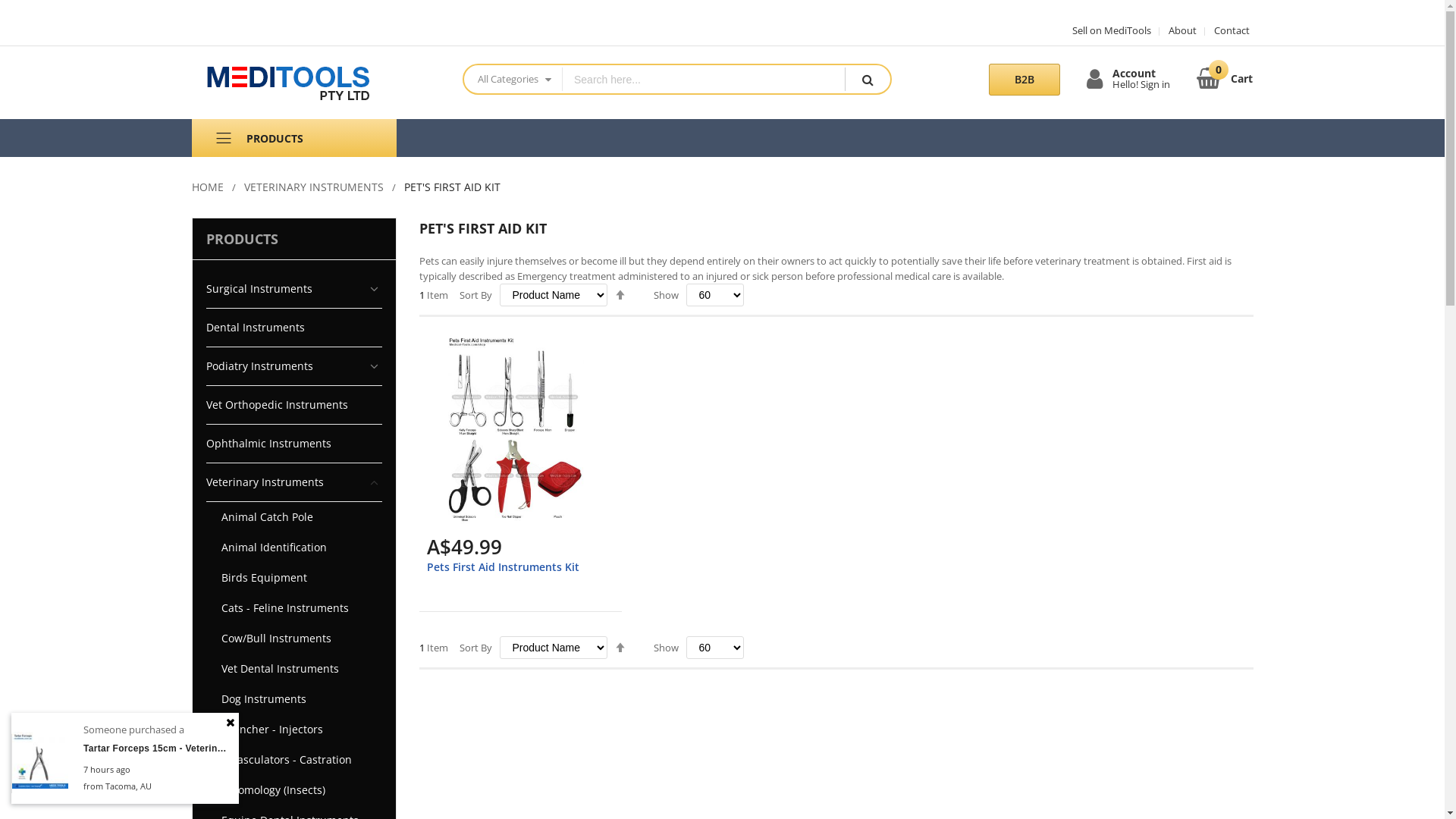 The width and height of the screenshot is (1456, 819). What do you see at coordinates (620, 648) in the screenshot?
I see `'Set Descending Direction'` at bounding box center [620, 648].